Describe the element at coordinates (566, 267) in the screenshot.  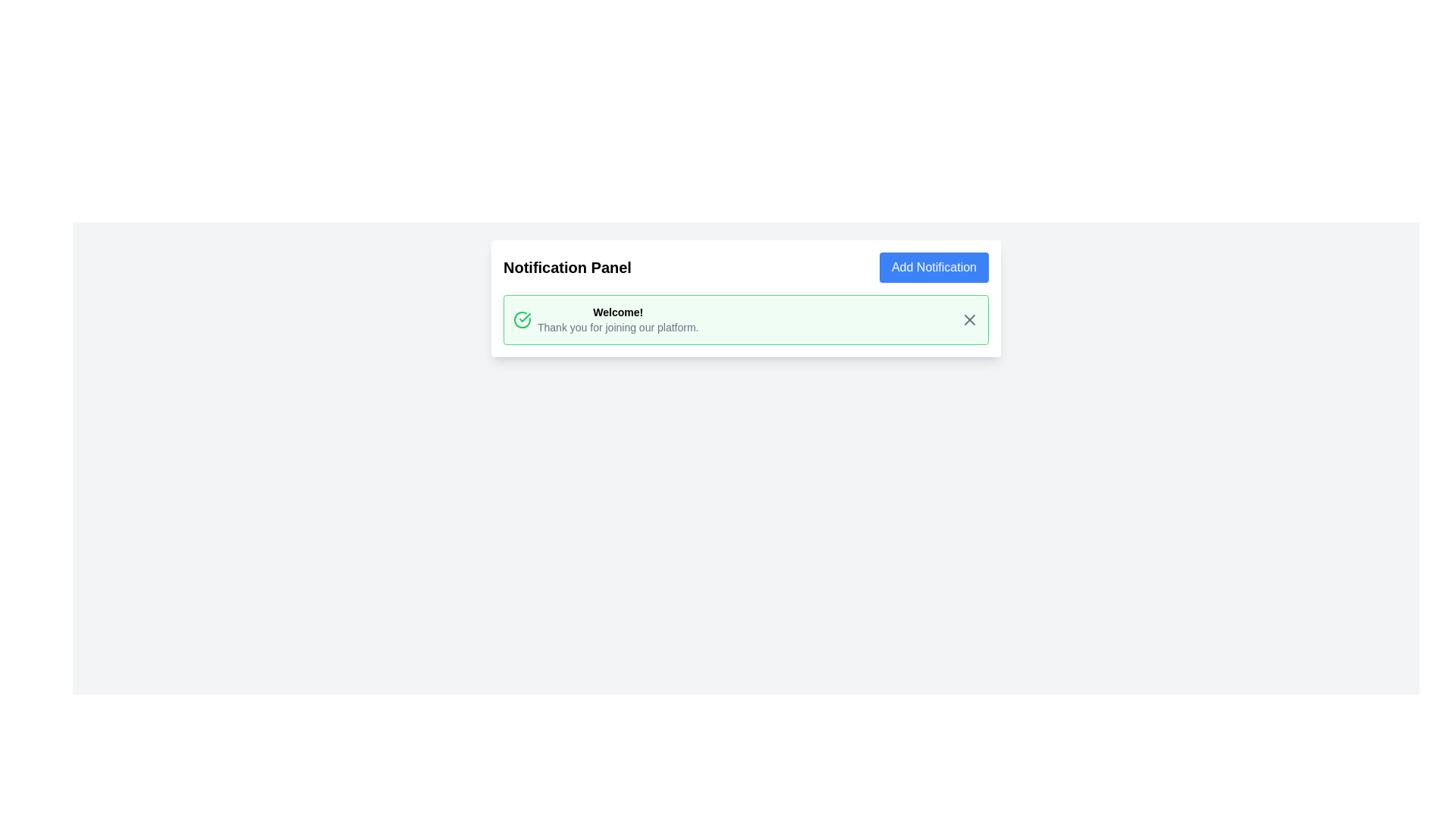
I see `text from the bold, large-sized text label displaying 'Notification Panel' in black font, which is positioned at the left end of the notification header area` at that location.